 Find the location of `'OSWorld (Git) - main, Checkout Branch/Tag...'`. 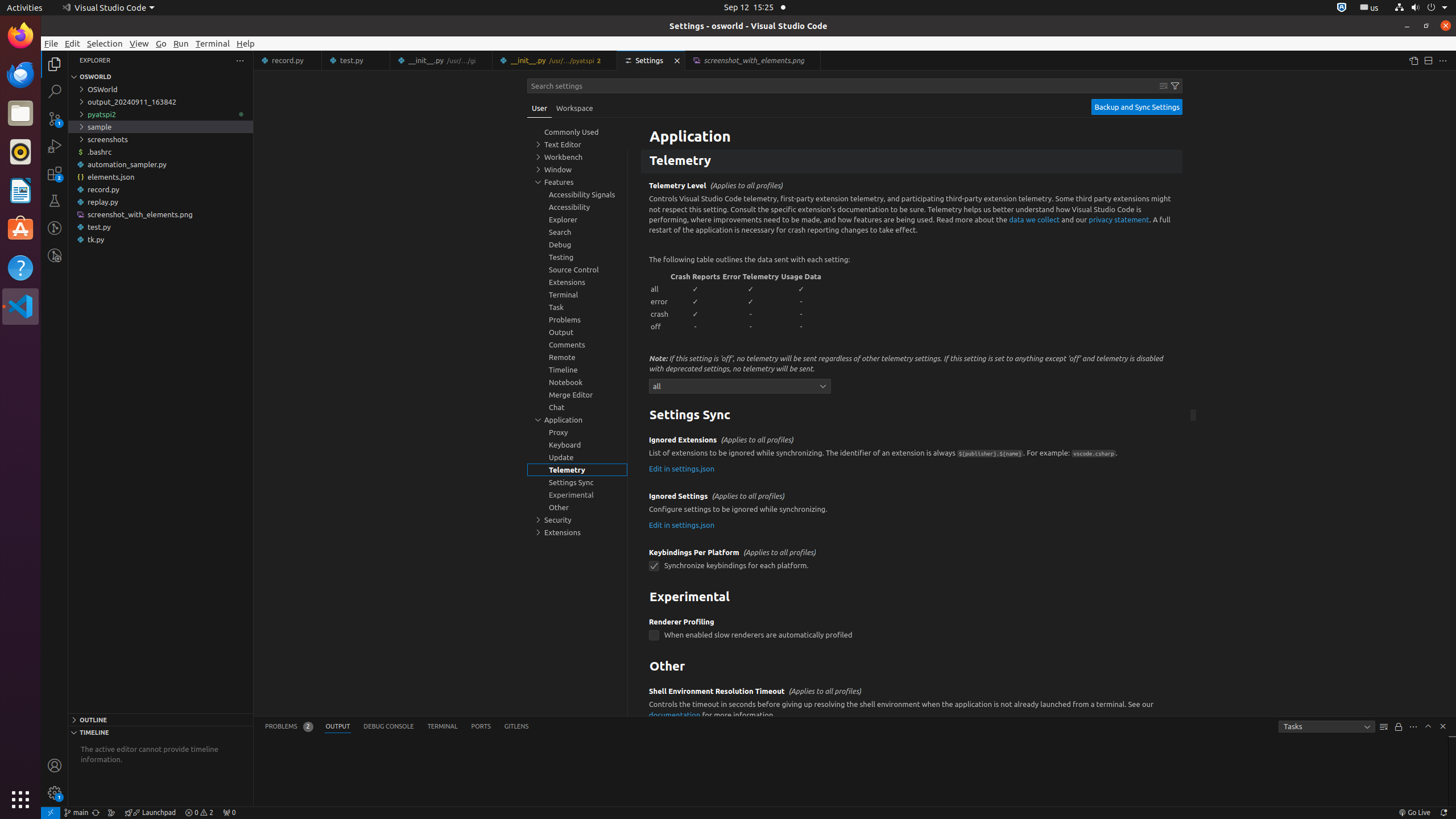

'OSWorld (Git) - main, Checkout Branch/Tag...' is located at coordinates (76, 812).